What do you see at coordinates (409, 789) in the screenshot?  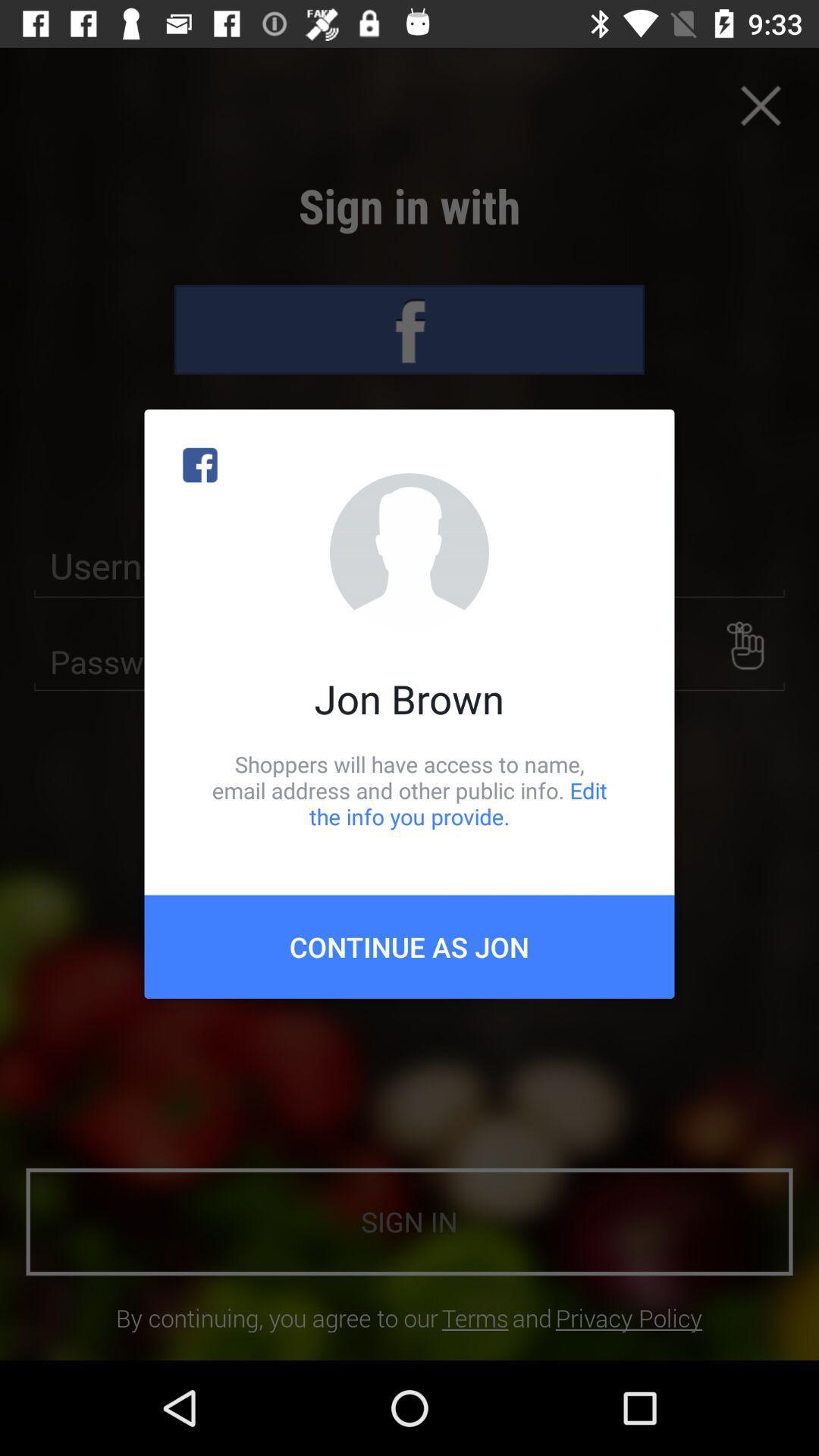 I see `shoppers will have` at bounding box center [409, 789].